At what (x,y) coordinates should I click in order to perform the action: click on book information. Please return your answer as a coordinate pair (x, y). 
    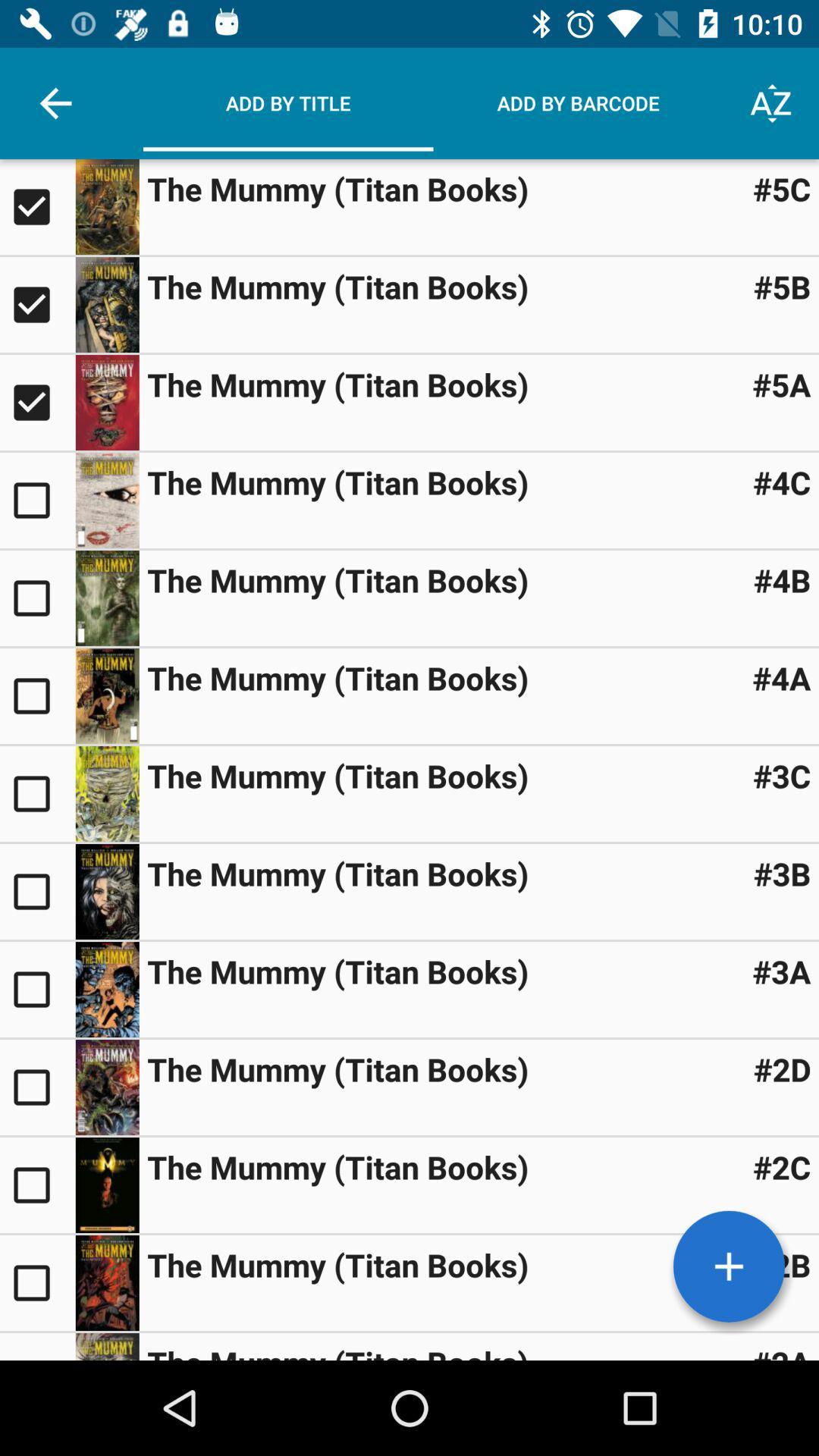
    Looking at the image, I should click on (106, 892).